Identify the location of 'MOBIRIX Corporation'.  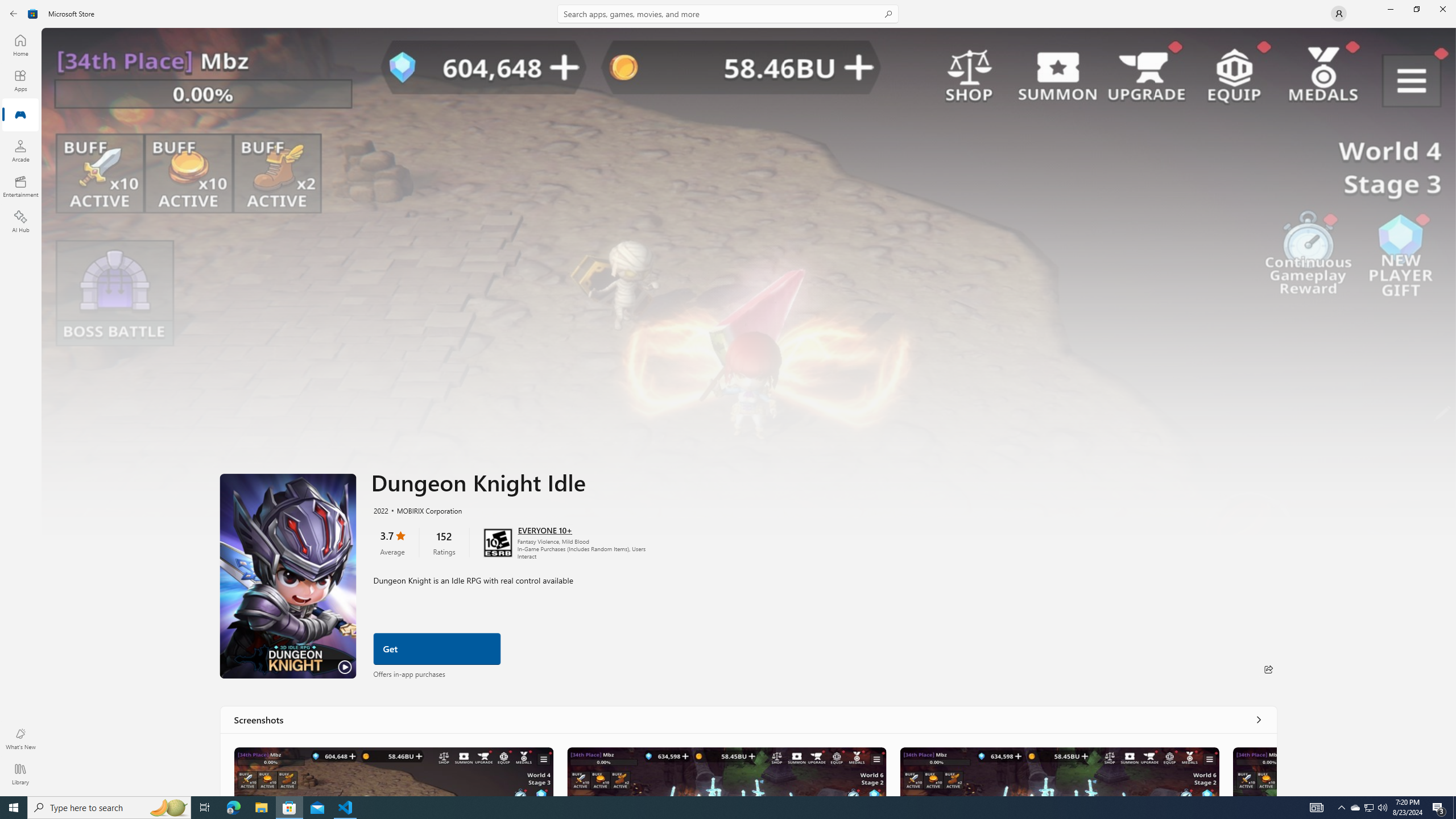
(424, 510).